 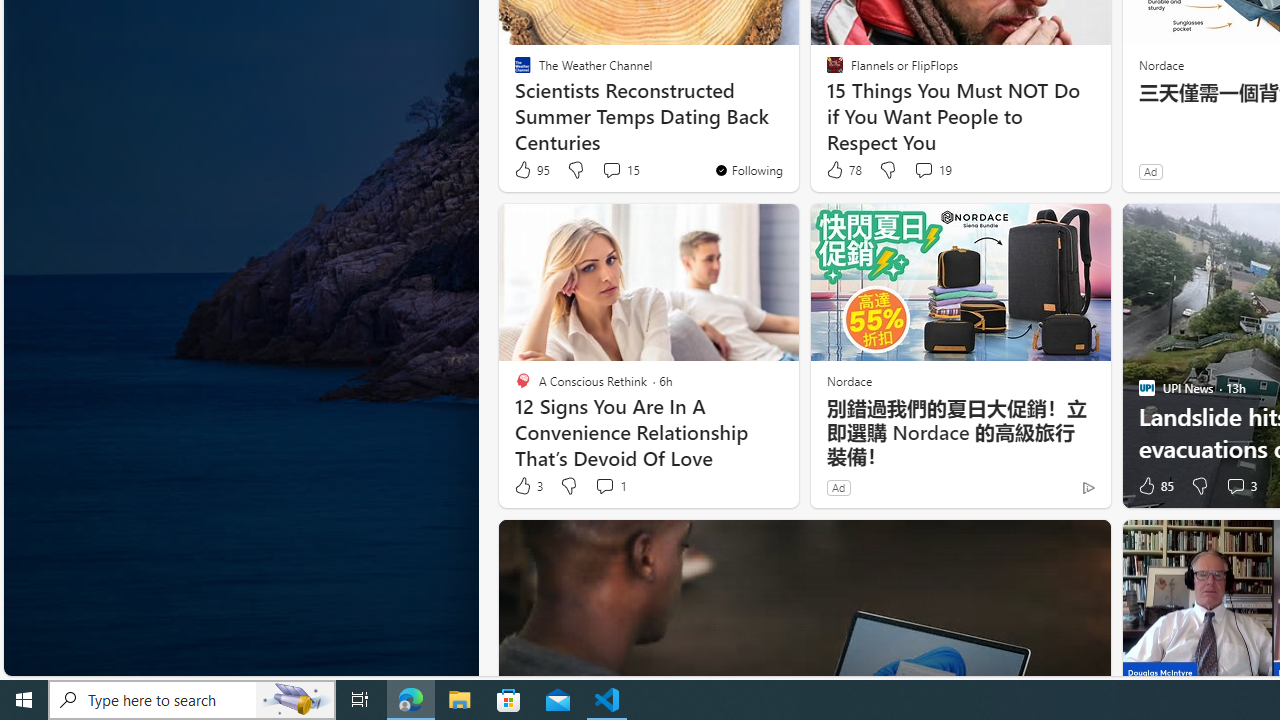 I want to click on 'View comments 15 Comment', so click(x=610, y=168).